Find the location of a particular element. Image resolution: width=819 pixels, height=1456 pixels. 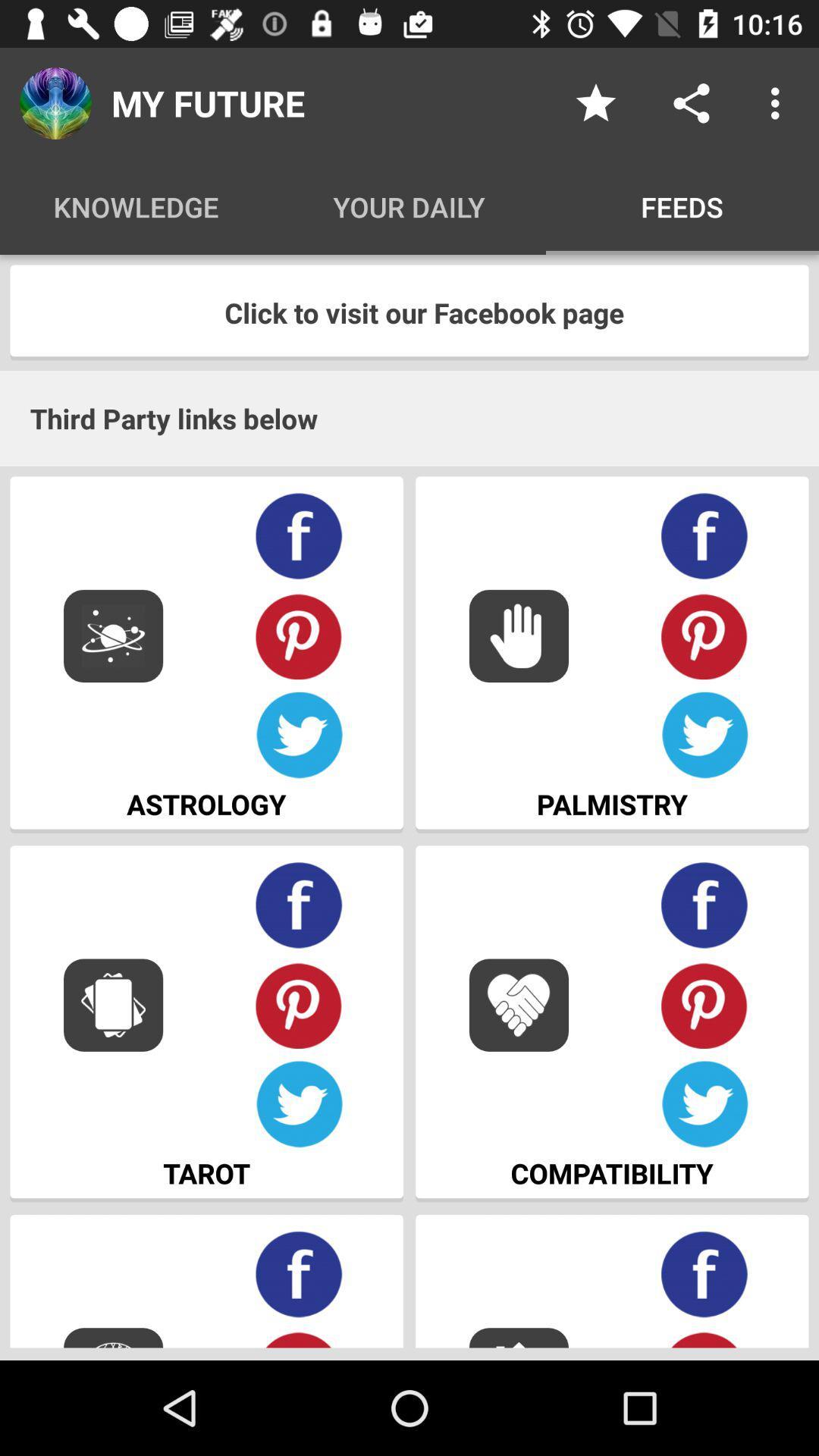

share with facebook is located at coordinates (704, 905).